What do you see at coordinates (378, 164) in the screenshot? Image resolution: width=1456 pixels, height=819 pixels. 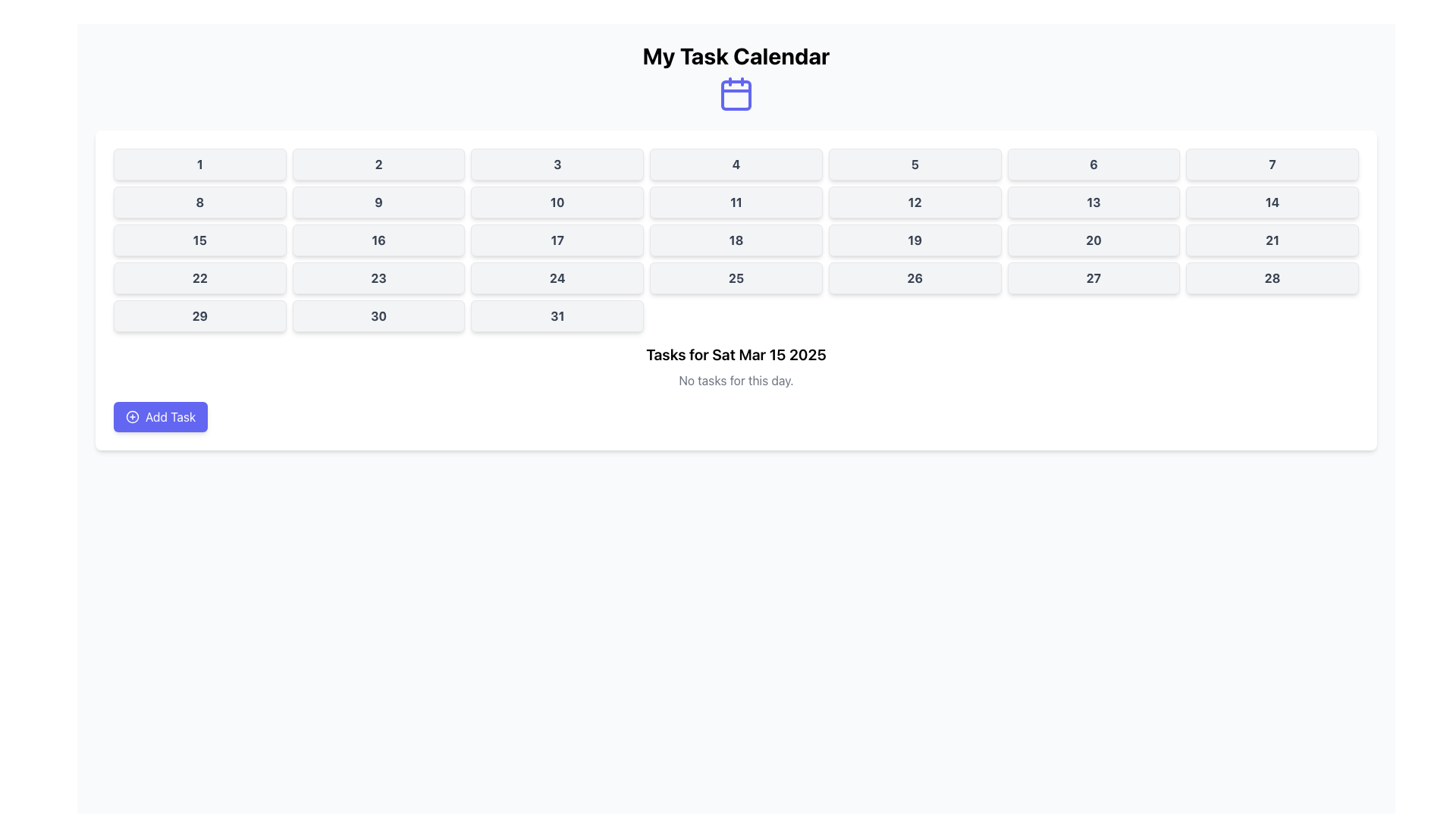 I see `the selectable date button positioned in the first row of the grid, adjacent to buttons labeled '1' and '3', to trigger hover styles` at bounding box center [378, 164].